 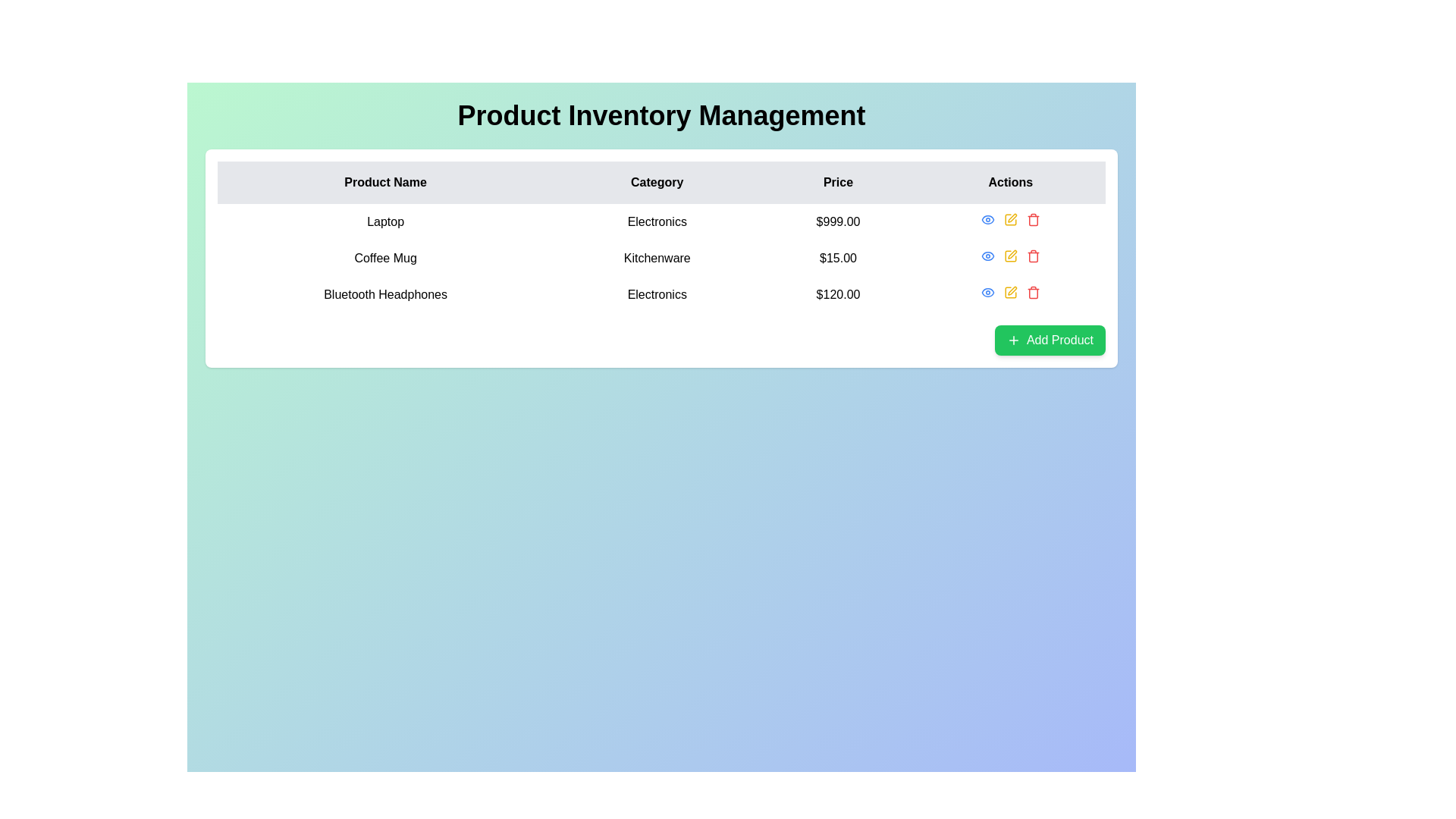 What do you see at coordinates (385, 257) in the screenshot?
I see `the Text label that reads 'Coffee Mug' located in the first column of the second row underneath the 'Product Name' header` at bounding box center [385, 257].